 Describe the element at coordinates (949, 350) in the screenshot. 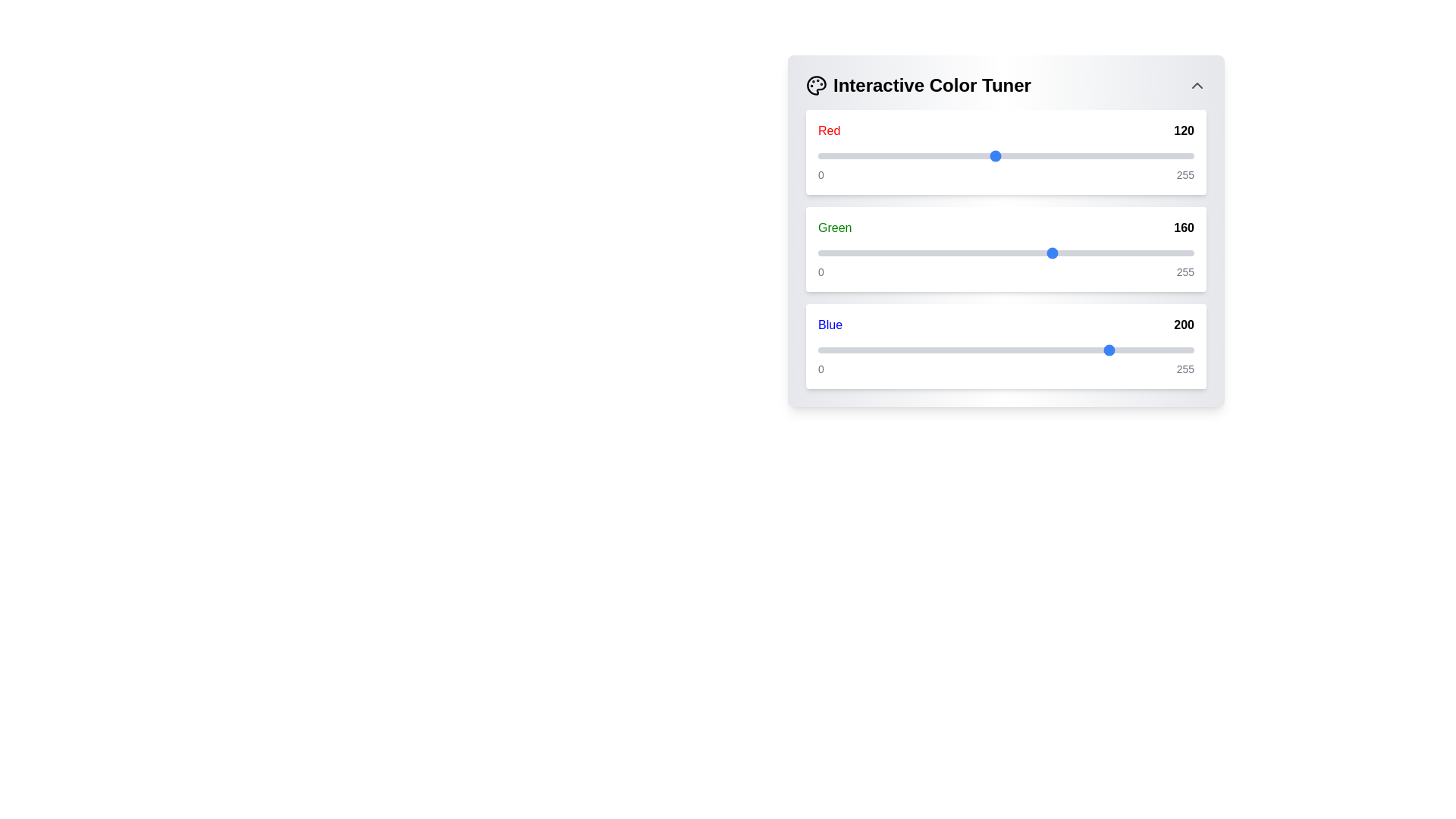

I see `the Blue slider value` at that location.